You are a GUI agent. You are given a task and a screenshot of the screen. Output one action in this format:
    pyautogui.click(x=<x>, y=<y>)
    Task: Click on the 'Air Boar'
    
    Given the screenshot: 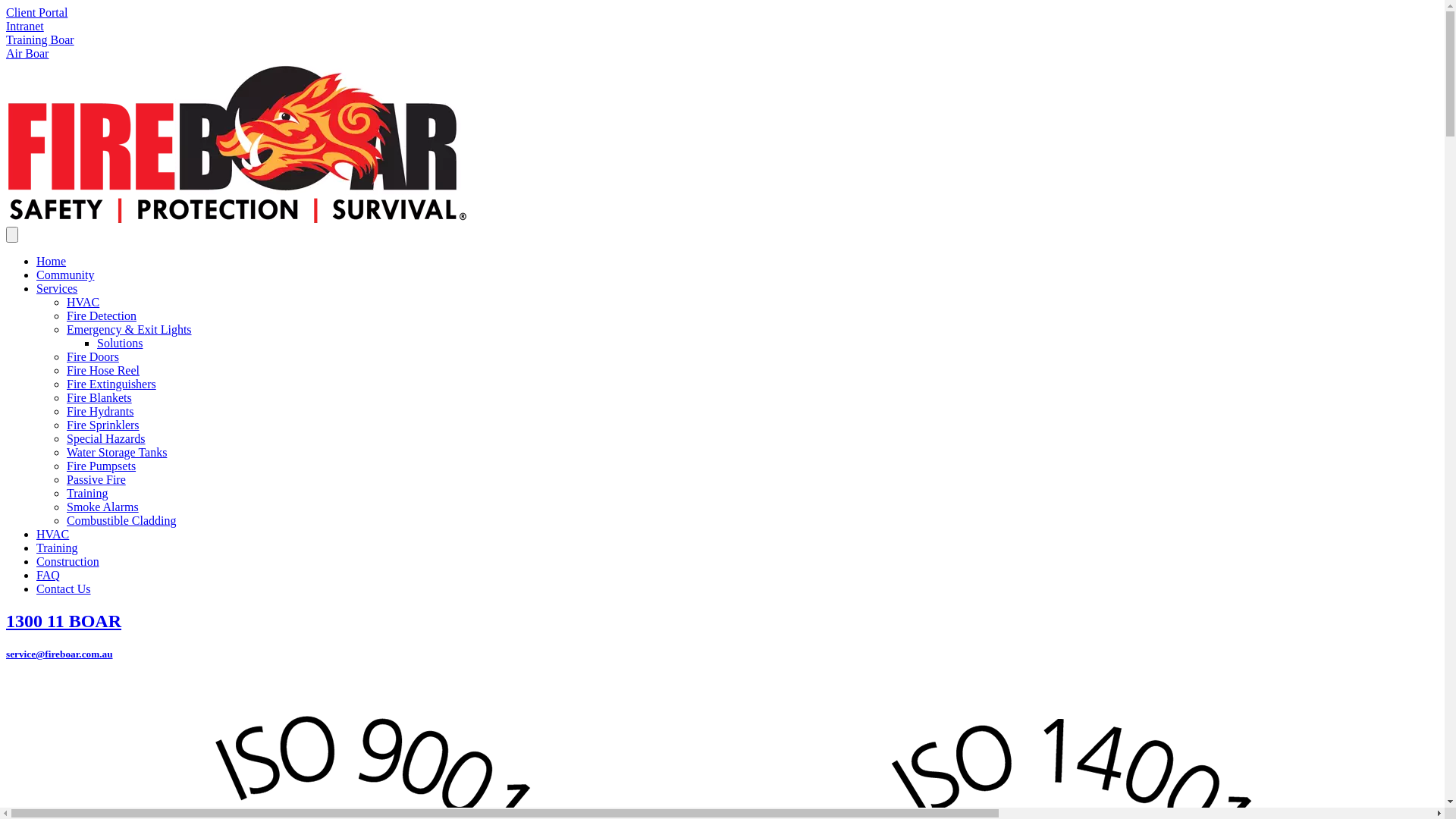 What is the action you would take?
    pyautogui.click(x=6, y=52)
    